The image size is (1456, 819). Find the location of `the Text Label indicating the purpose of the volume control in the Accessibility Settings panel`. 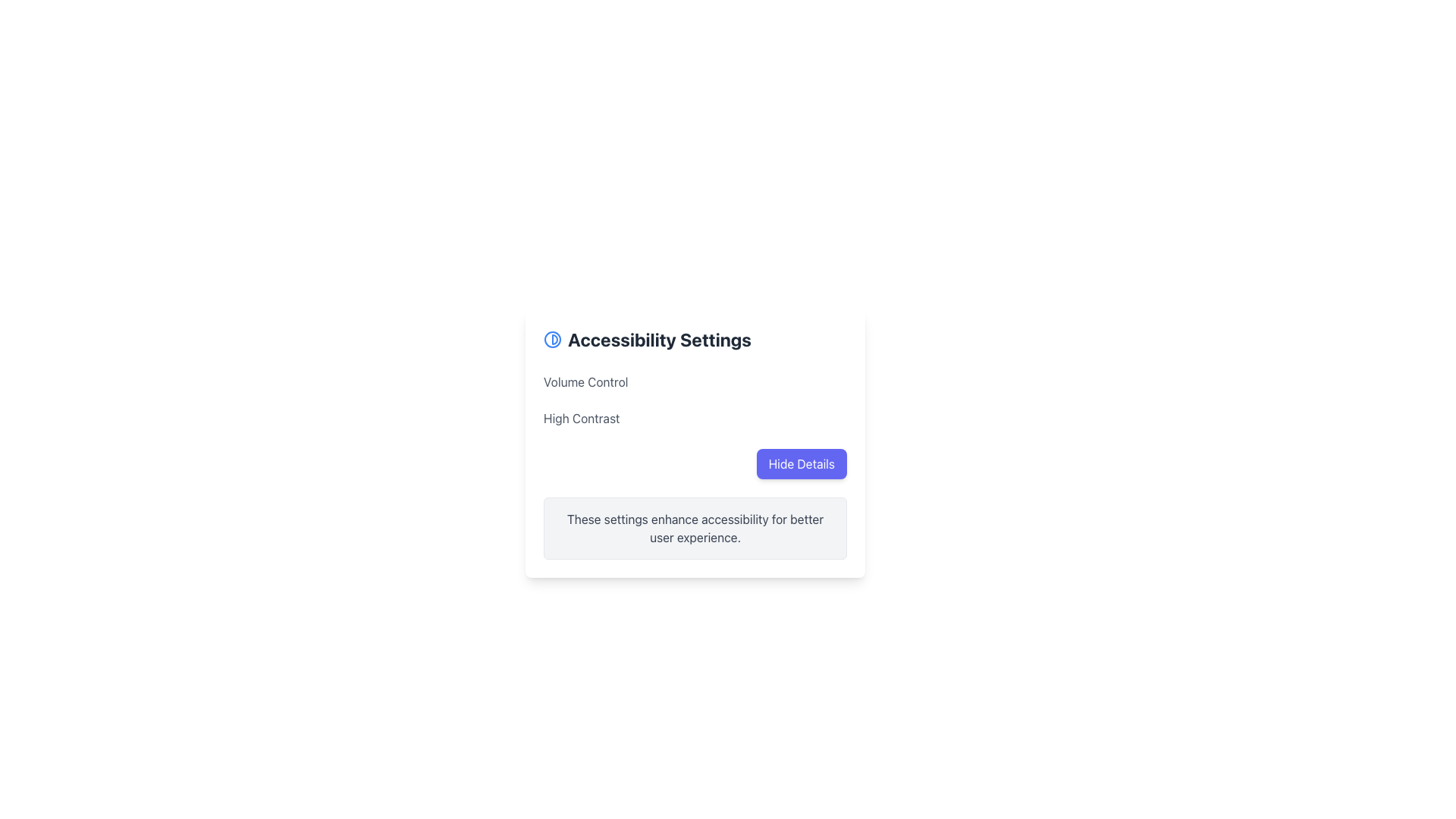

the Text Label indicating the purpose of the volume control in the Accessibility Settings panel is located at coordinates (585, 381).